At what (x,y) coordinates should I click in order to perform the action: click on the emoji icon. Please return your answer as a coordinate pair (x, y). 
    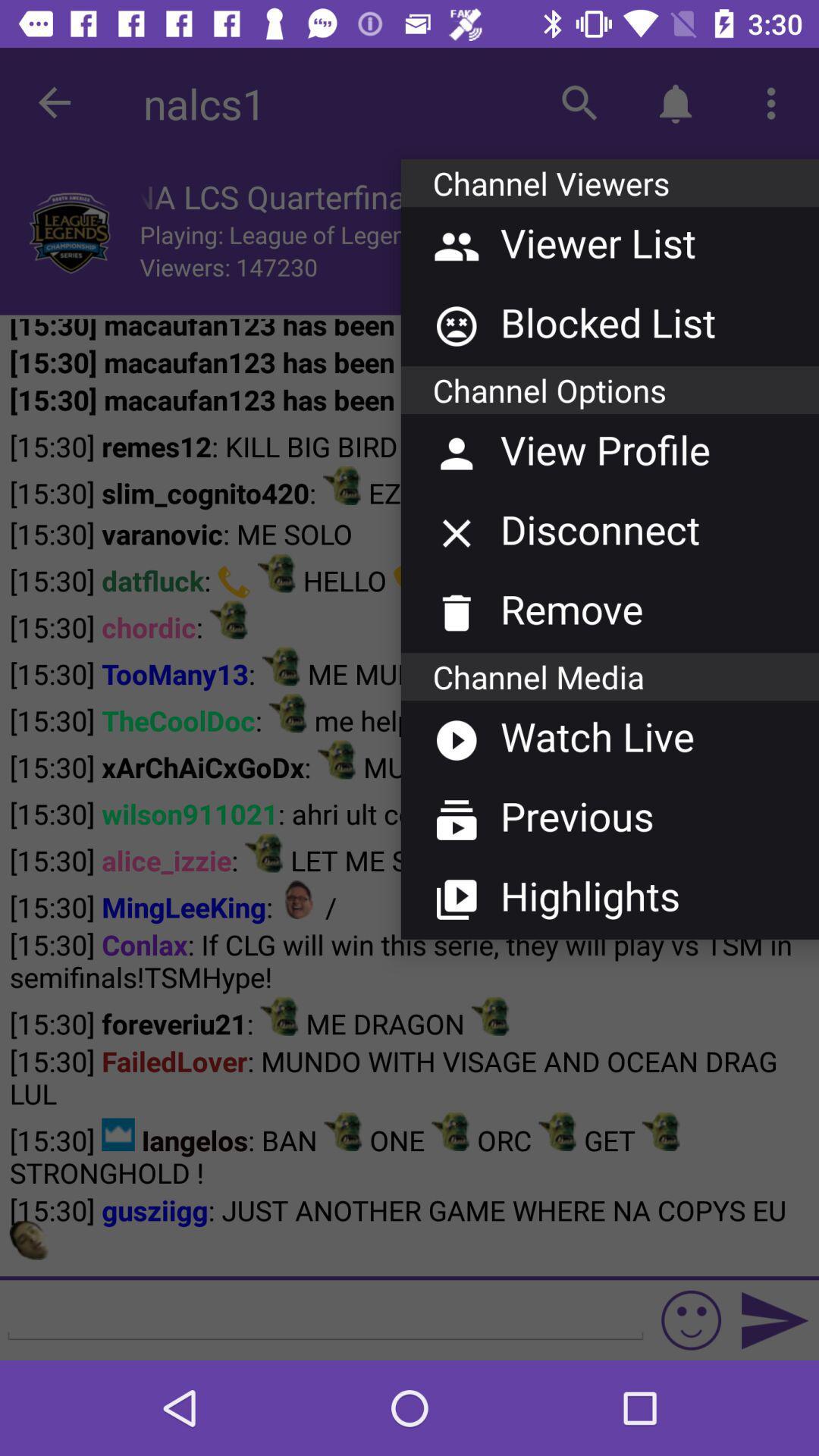
    Looking at the image, I should click on (691, 1319).